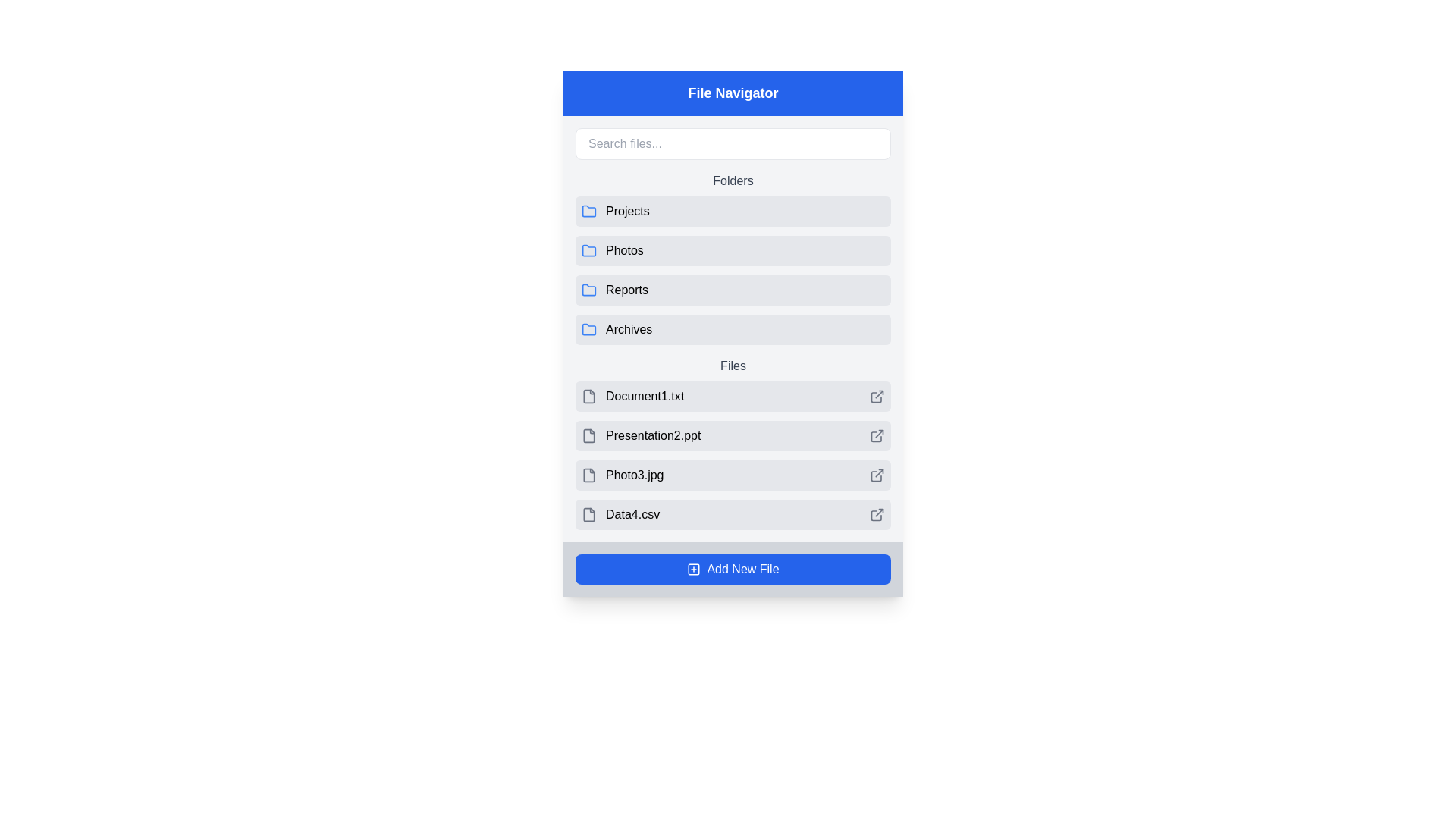  What do you see at coordinates (620, 513) in the screenshot?
I see `the file entry labeled 'Data4.csv' located` at bounding box center [620, 513].